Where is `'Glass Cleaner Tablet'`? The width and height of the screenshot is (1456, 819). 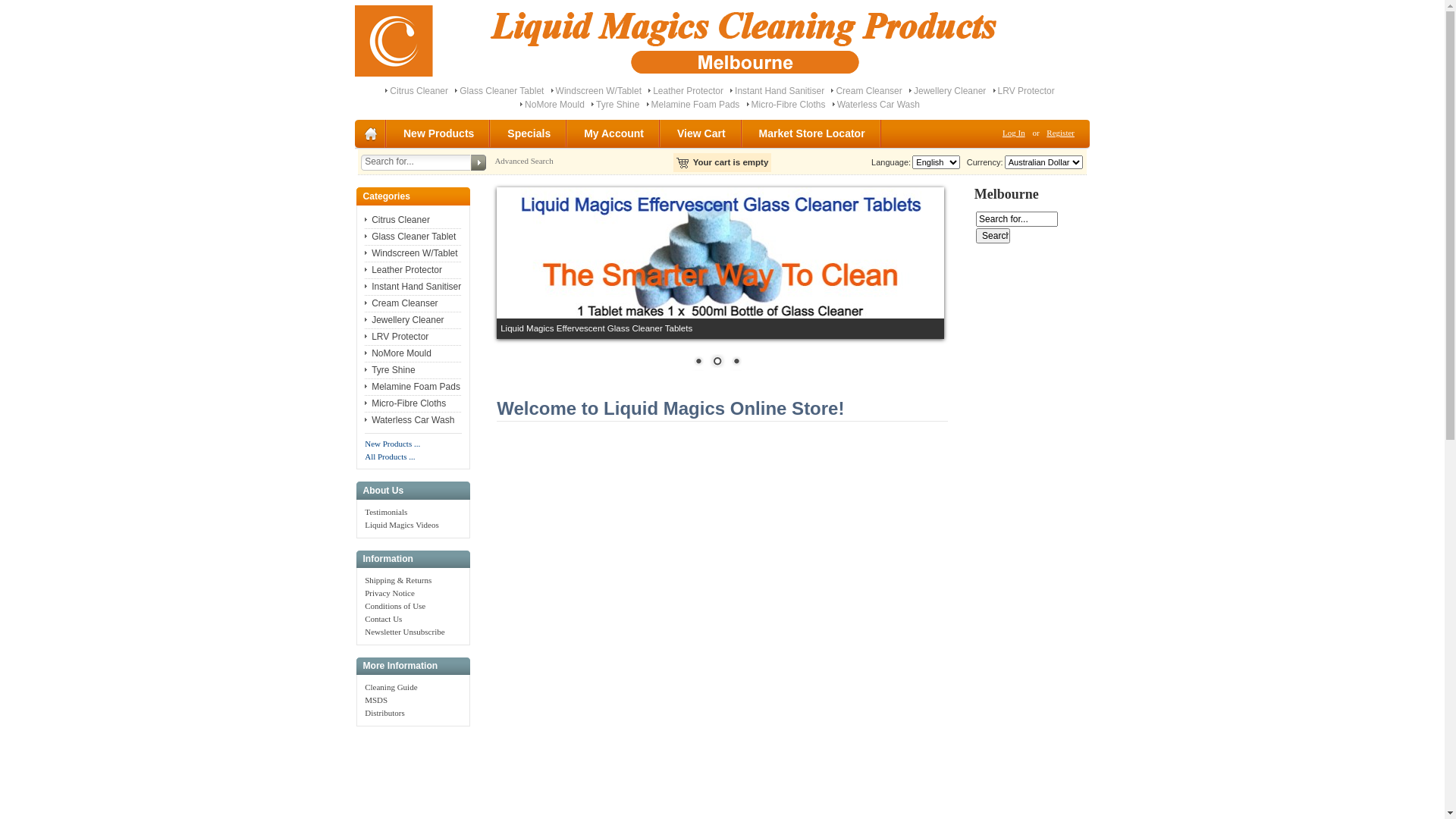
'Glass Cleaner Tablet' is located at coordinates (501, 90).